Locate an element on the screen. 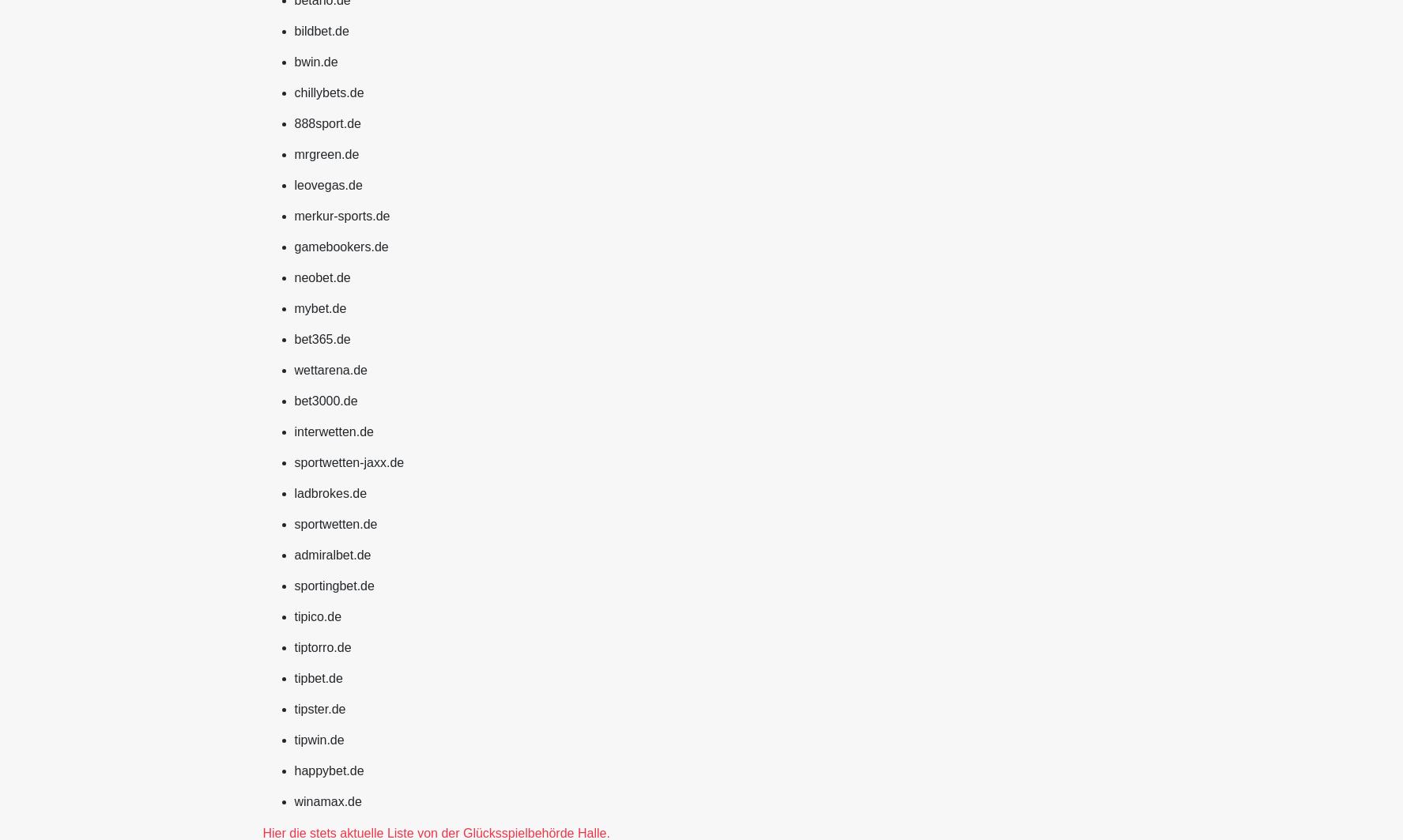  'sportingbet.de' is located at coordinates (334, 584).